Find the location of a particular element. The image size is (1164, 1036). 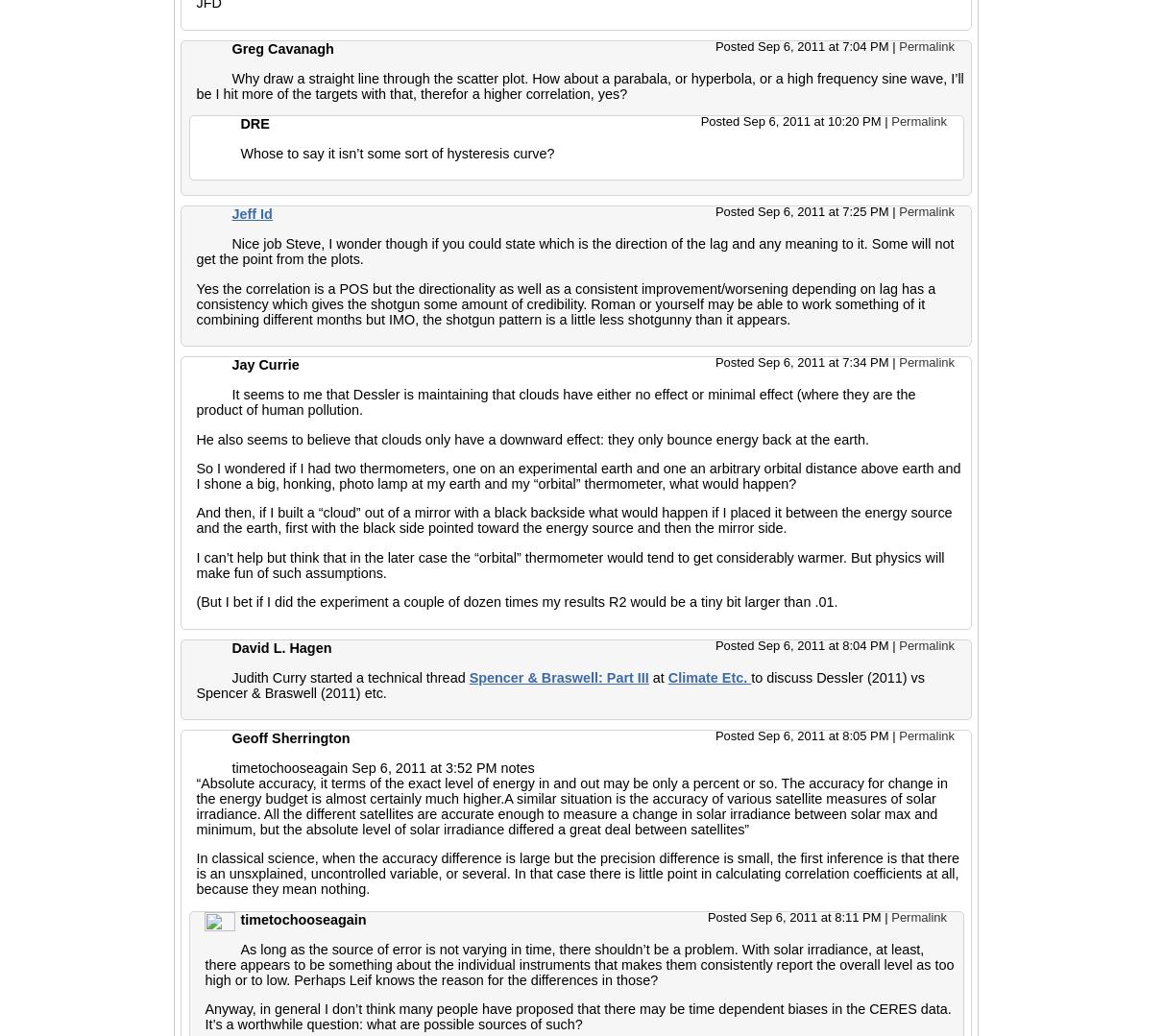

'David L. Hagen' is located at coordinates (280, 647).